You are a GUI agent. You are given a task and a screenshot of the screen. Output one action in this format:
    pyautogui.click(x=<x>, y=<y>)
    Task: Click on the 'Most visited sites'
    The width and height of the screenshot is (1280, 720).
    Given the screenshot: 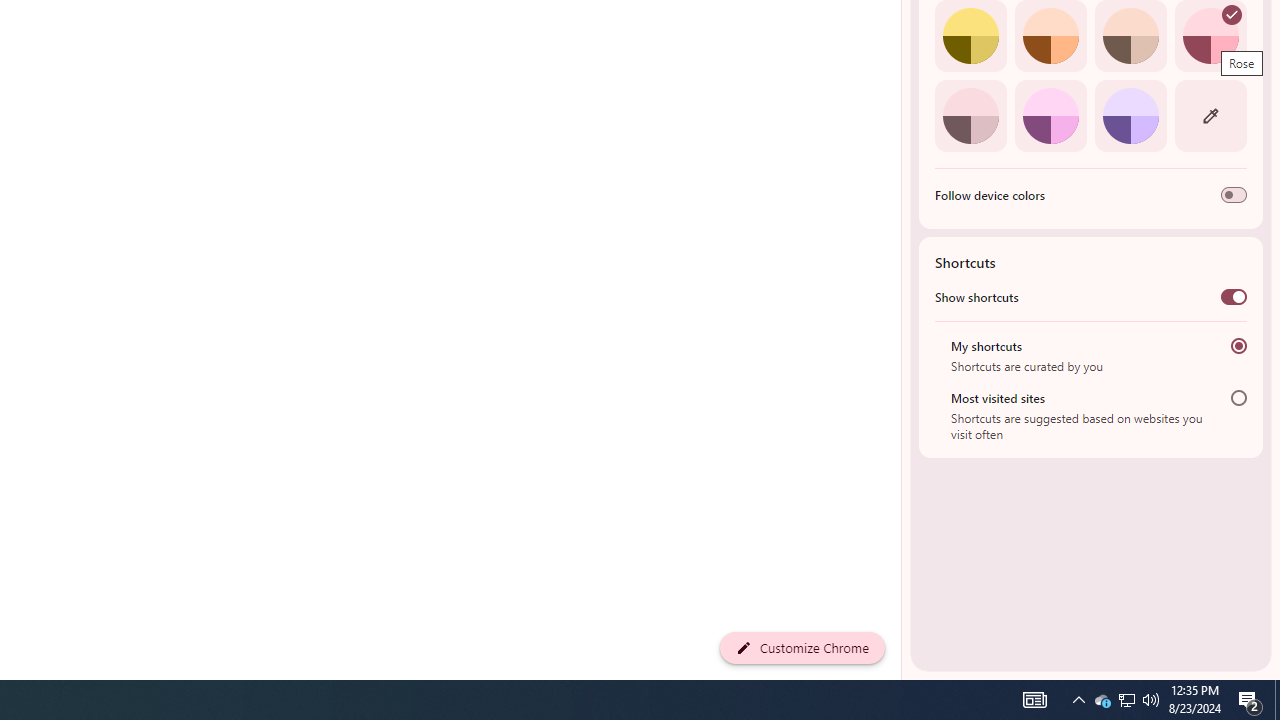 What is the action you would take?
    pyautogui.click(x=1238, y=398)
    